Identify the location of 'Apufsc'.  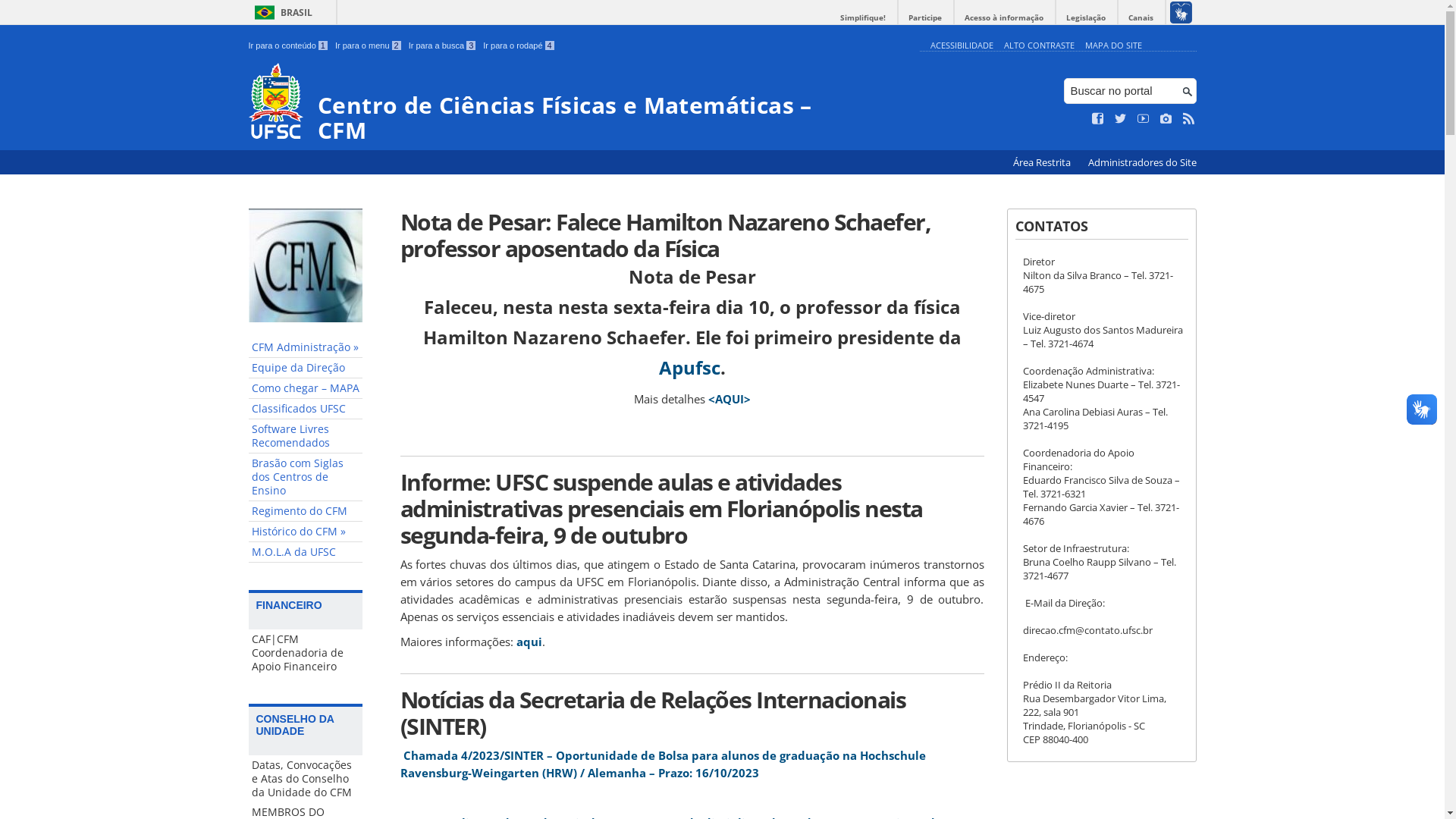
(688, 367).